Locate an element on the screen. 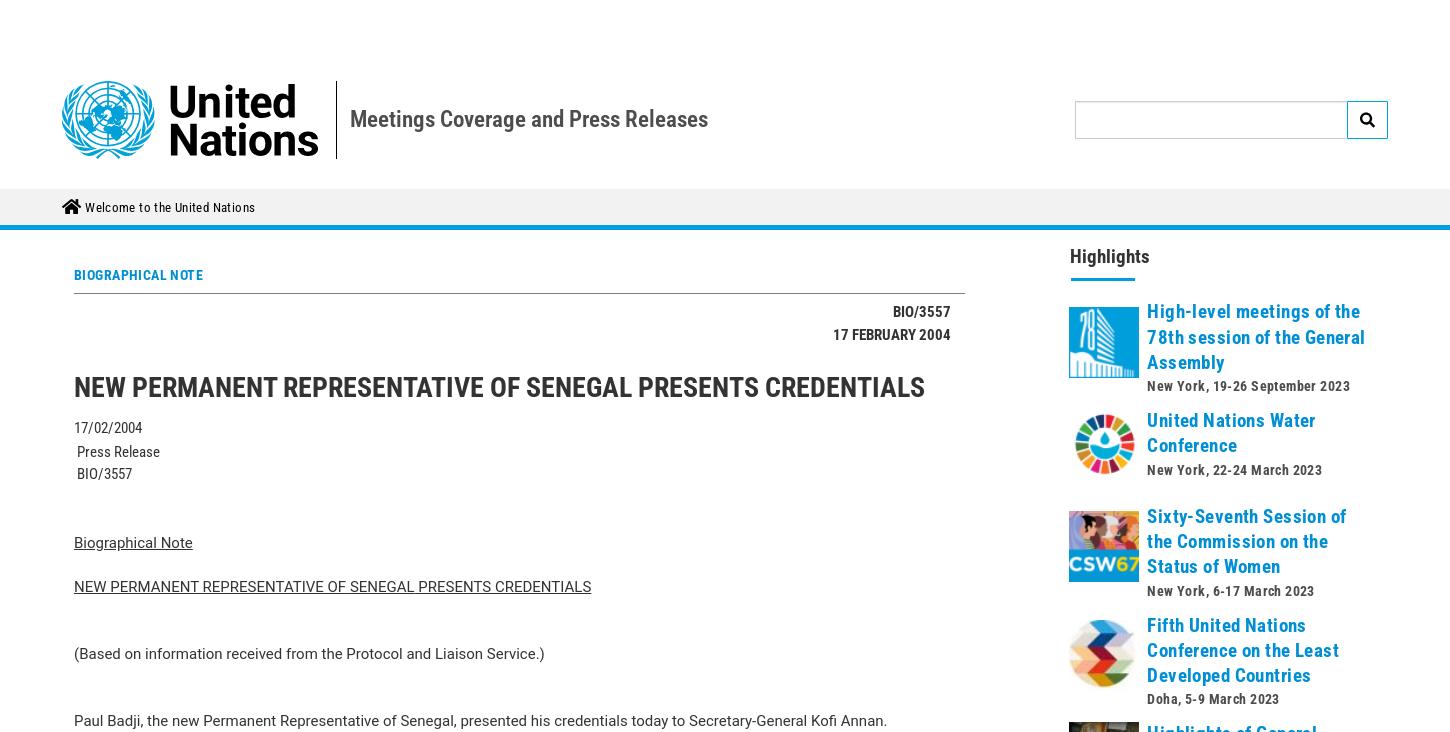 This screenshot has height=732, width=1450. 'Welcome to the United Nations' is located at coordinates (167, 16).